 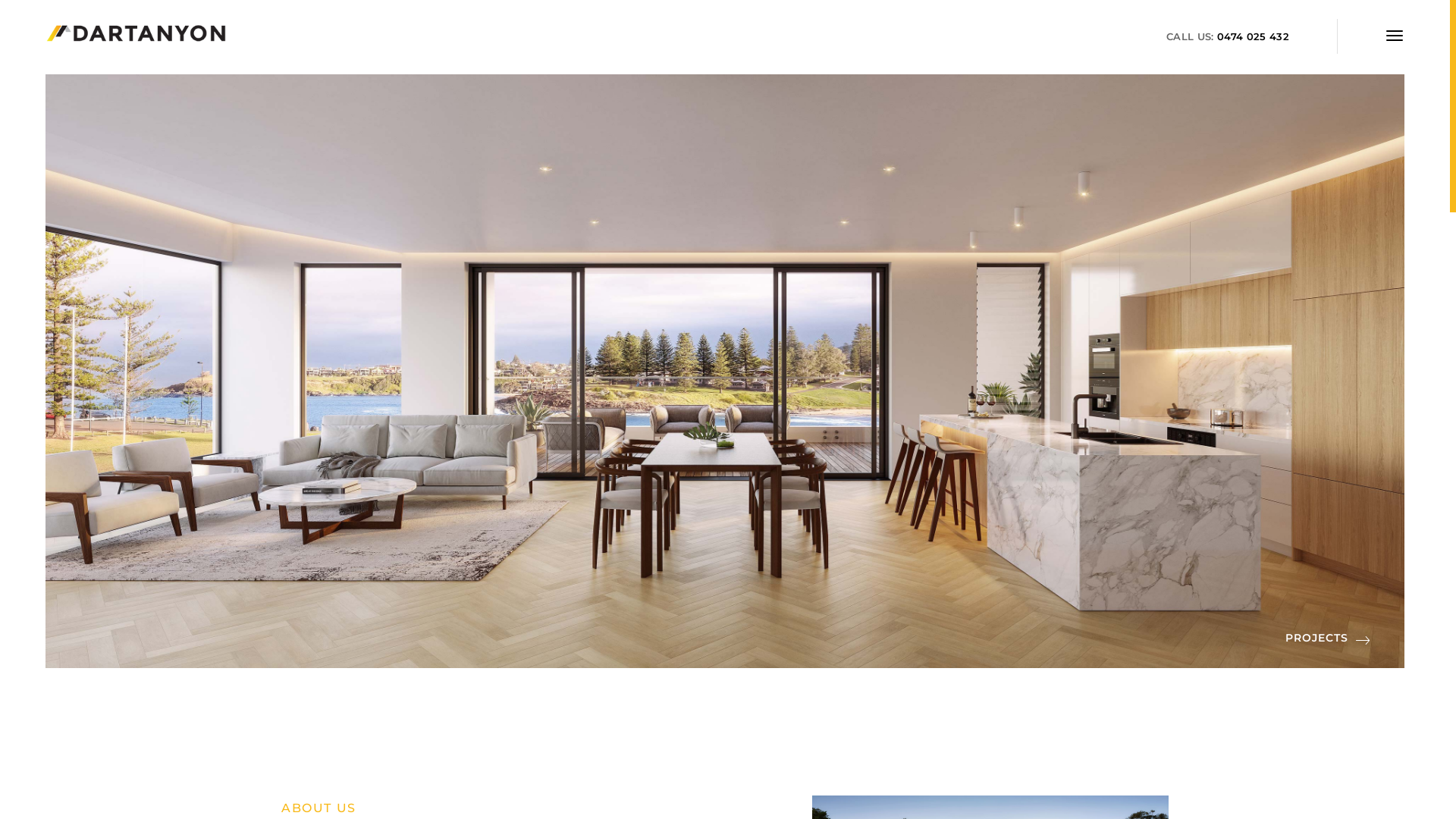 I want to click on 'PROJECTS', so click(x=1284, y=639).